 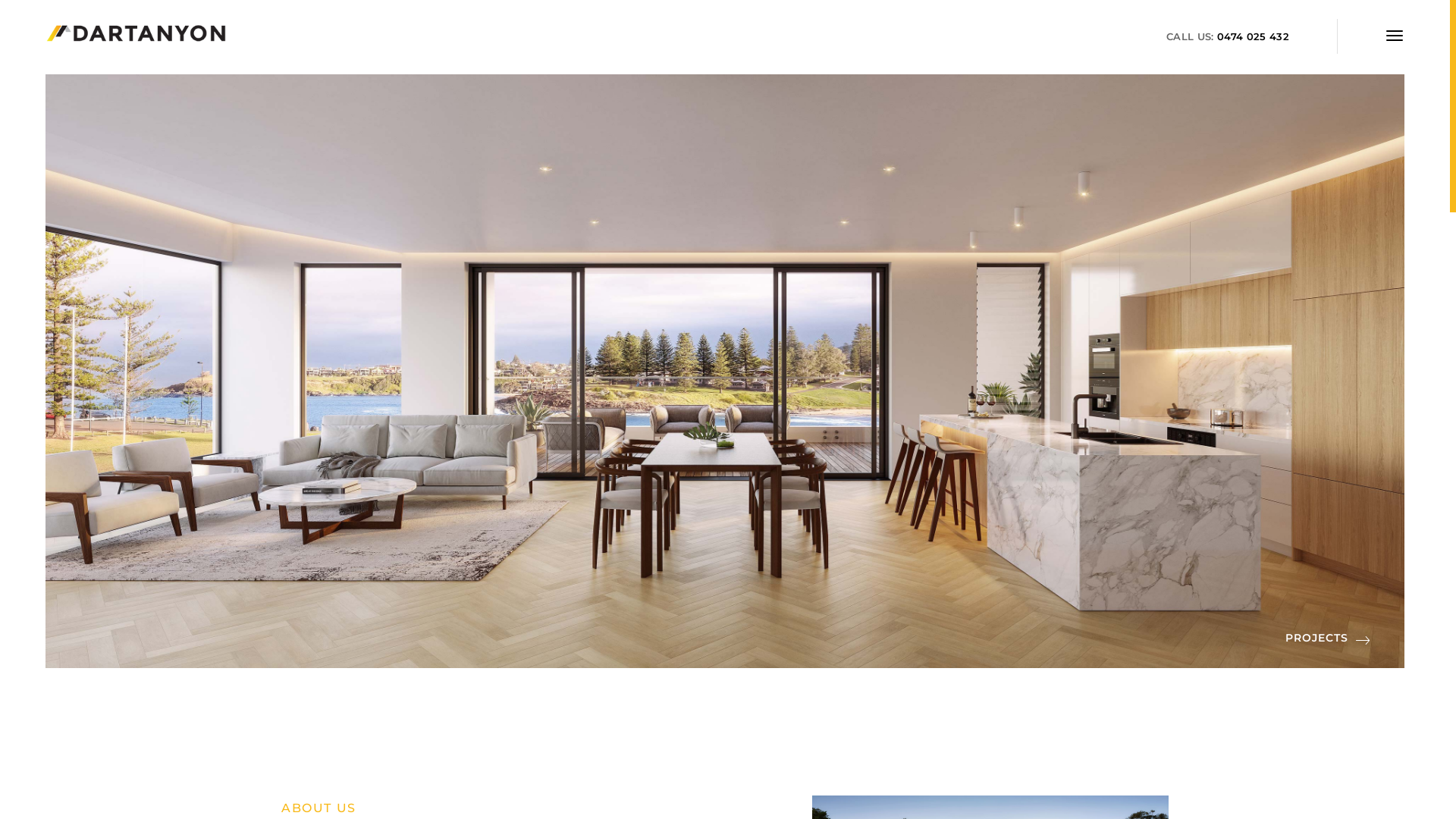 I want to click on 'PROJECTS', so click(x=1284, y=639).